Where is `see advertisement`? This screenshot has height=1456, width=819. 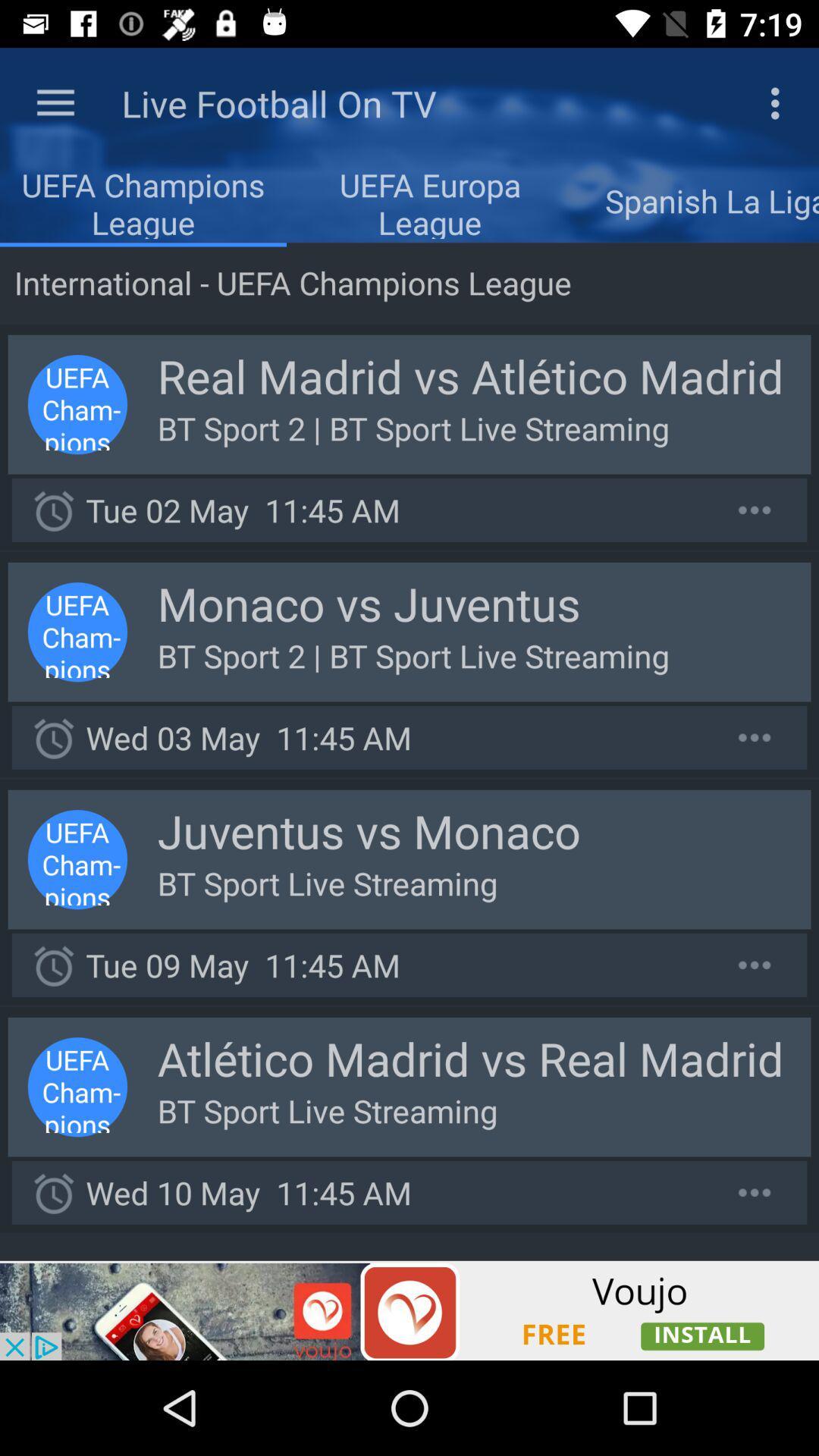
see advertisement is located at coordinates (409, 1310).